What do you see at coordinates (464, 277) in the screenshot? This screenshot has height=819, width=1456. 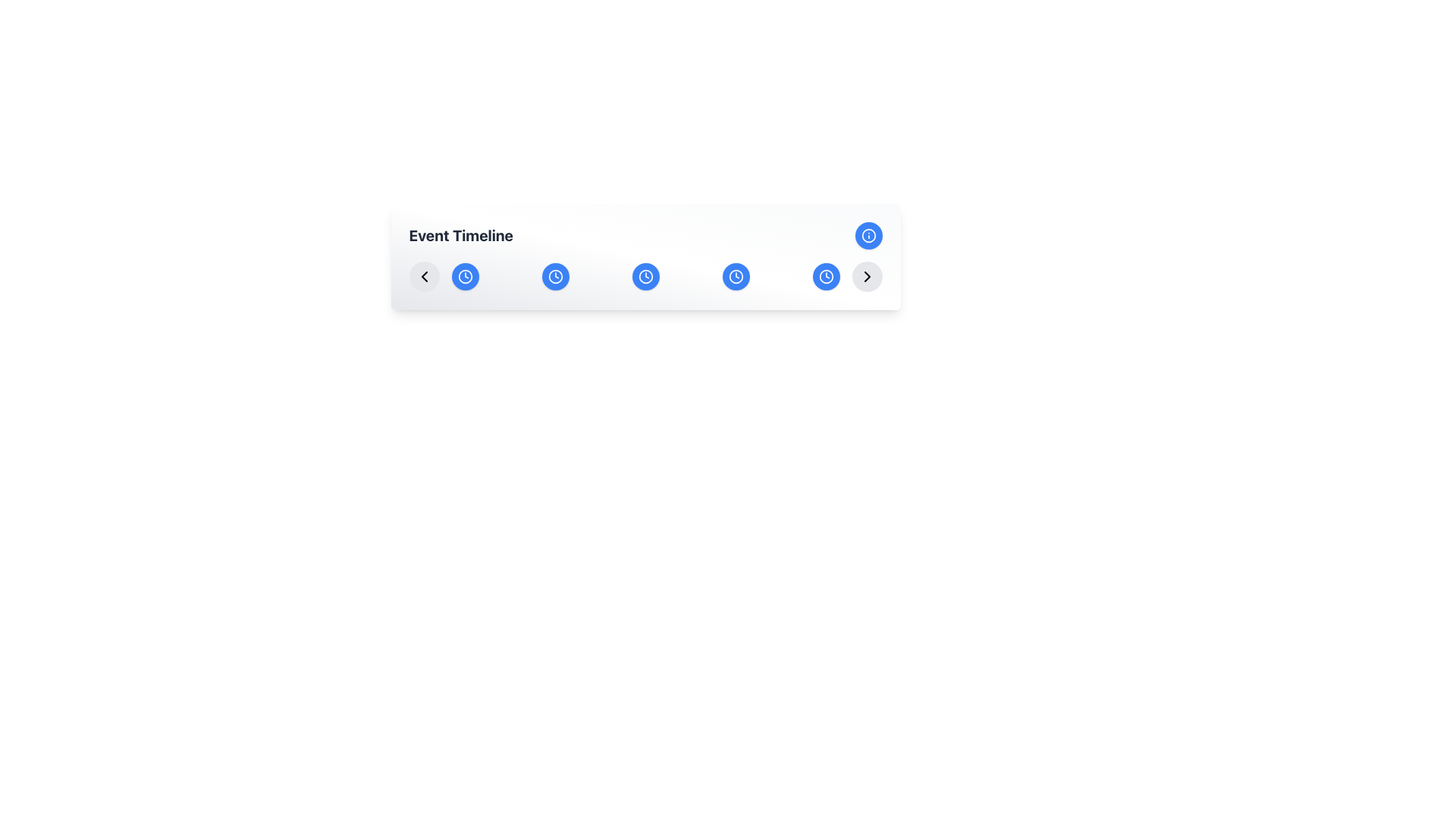 I see `the first circular icon from the left in the horizontal row of icons below the 'Event Timeline' heading` at bounding box center [464, 277].